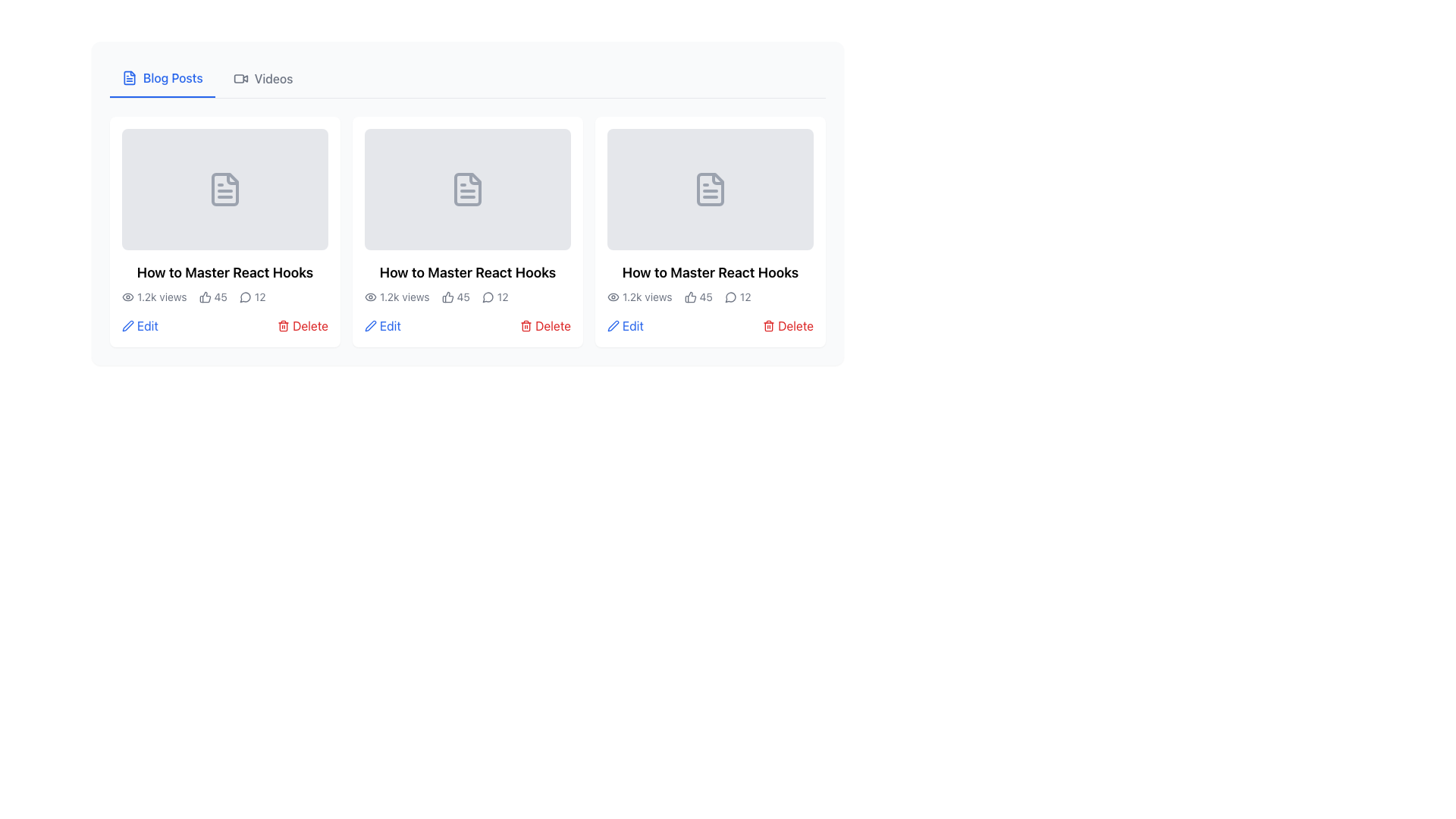 The height and width of the screenshot is (819, 1456). I want to click on the edit button located in the leftmost card under the 'Blog Posts' section to initiate editing of the content, so click(140, 325).